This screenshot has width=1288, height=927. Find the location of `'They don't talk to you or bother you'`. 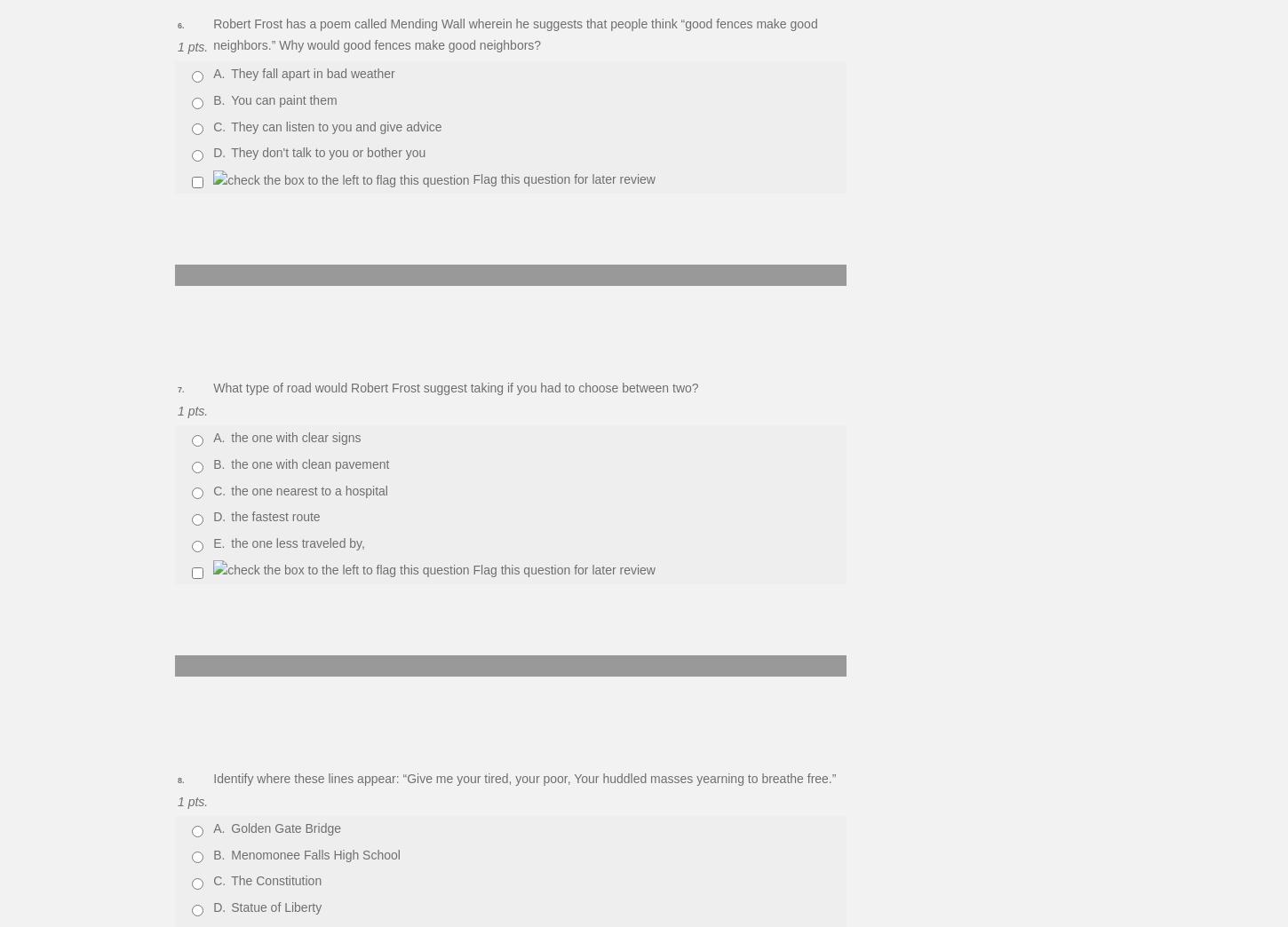

'They don't talk to you or bother you' is located at coordinates (327, 152).